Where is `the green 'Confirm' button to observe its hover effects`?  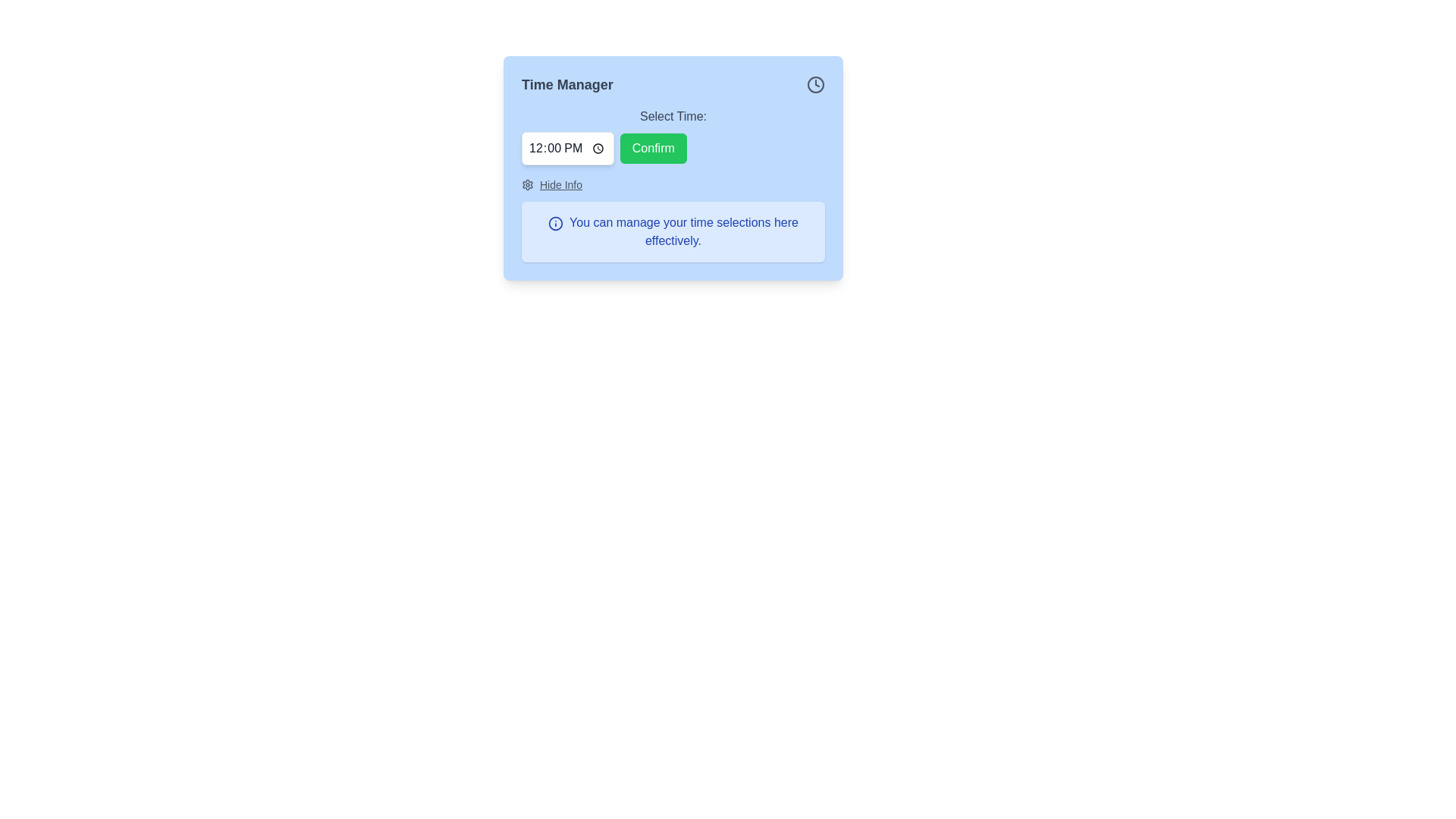 the green 'Confirm' button to observe its hover effects is located at coordinates (673, 149).